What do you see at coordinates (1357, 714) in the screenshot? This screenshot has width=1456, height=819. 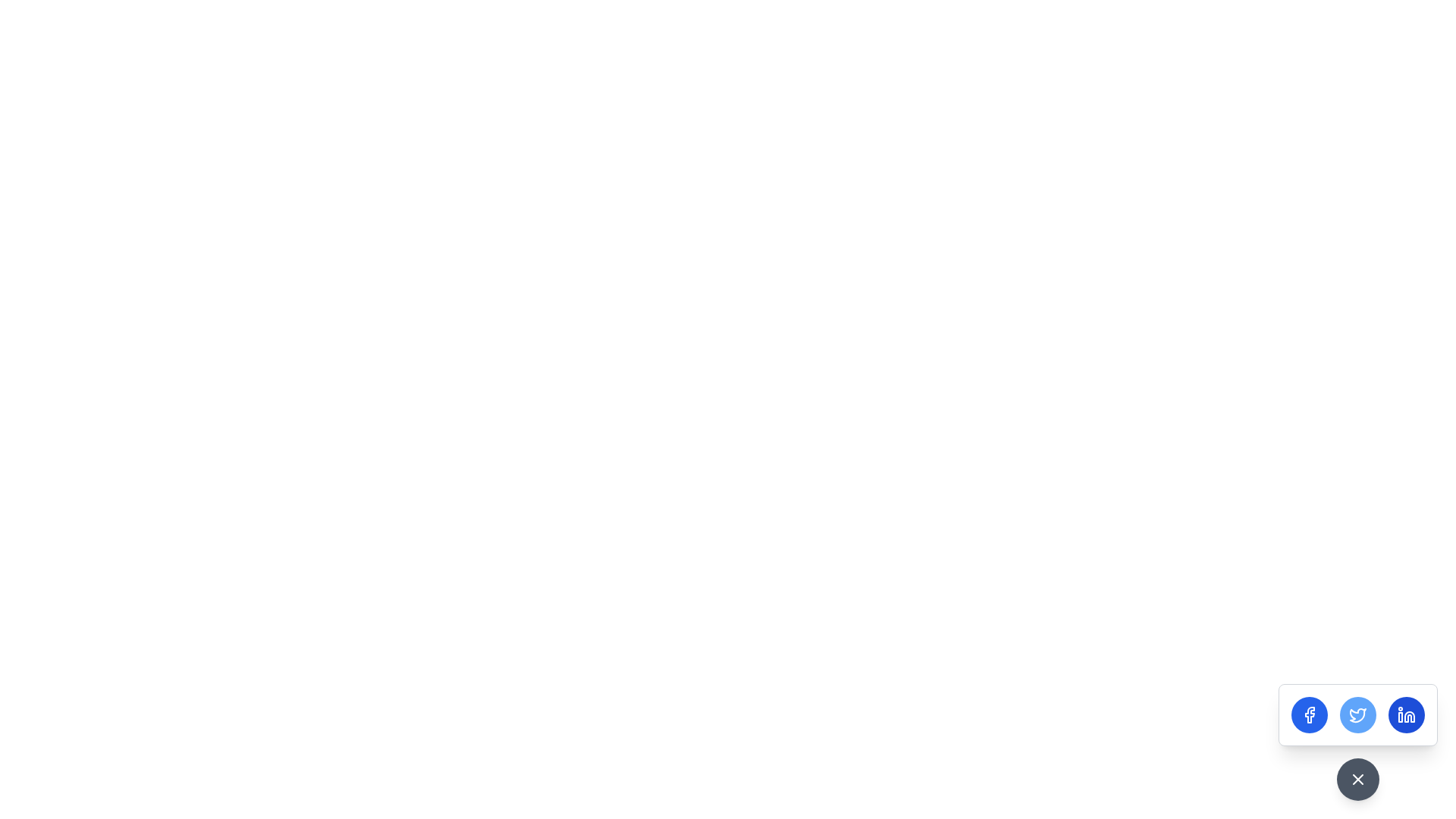 I see `the middle circular button for Twitter functionality` at bounding box center [1357, 714].